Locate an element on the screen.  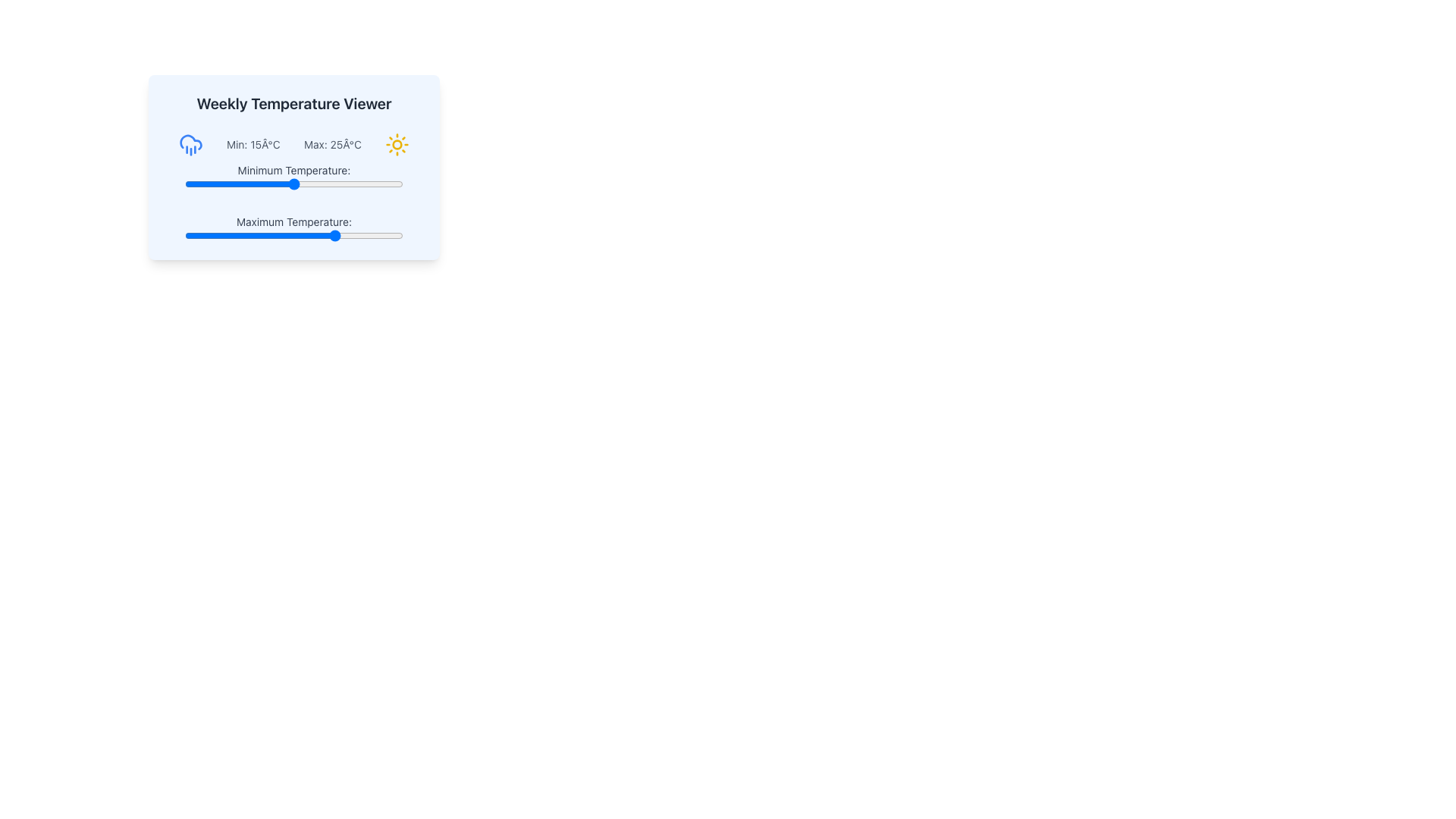
the minimum temperature is located at coordinates (350, 184).